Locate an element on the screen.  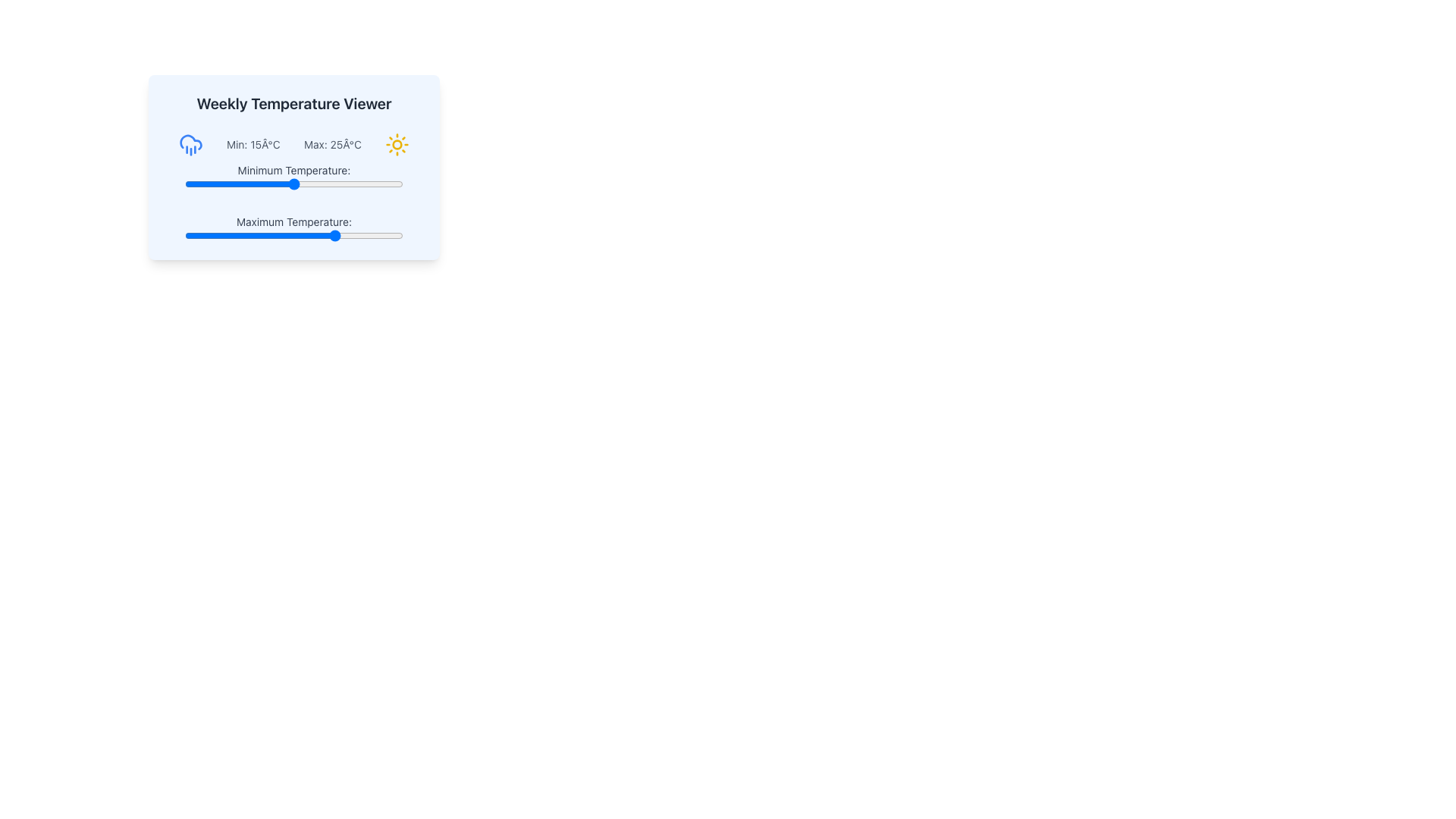
the minimum temperature is located at coordinates (350, 184).